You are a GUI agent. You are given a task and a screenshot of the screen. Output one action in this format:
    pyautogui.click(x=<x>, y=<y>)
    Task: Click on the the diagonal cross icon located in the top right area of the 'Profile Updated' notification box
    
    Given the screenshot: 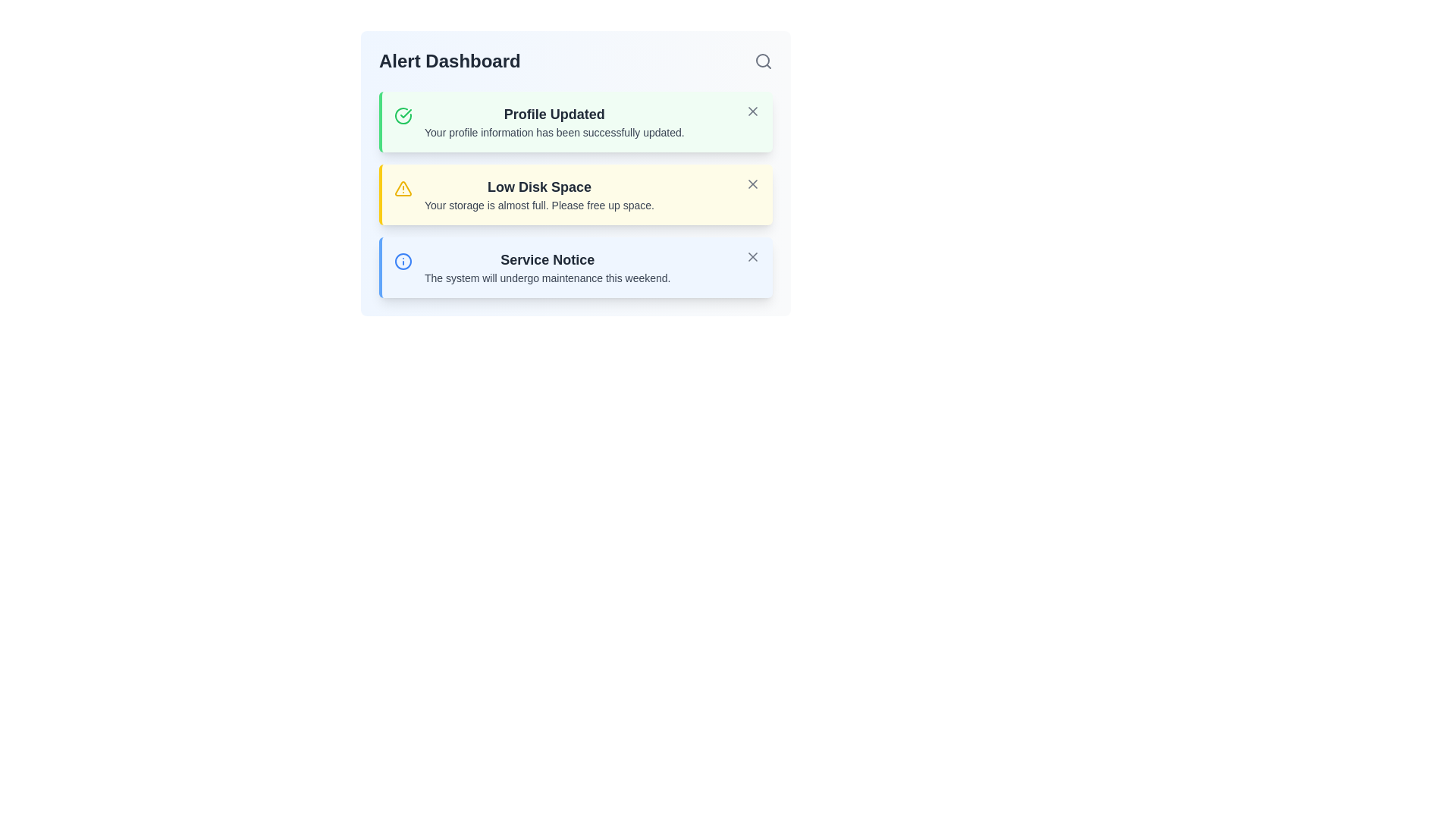 What is the action you would take?
    pyautogui.click(x=753, y=110)
    